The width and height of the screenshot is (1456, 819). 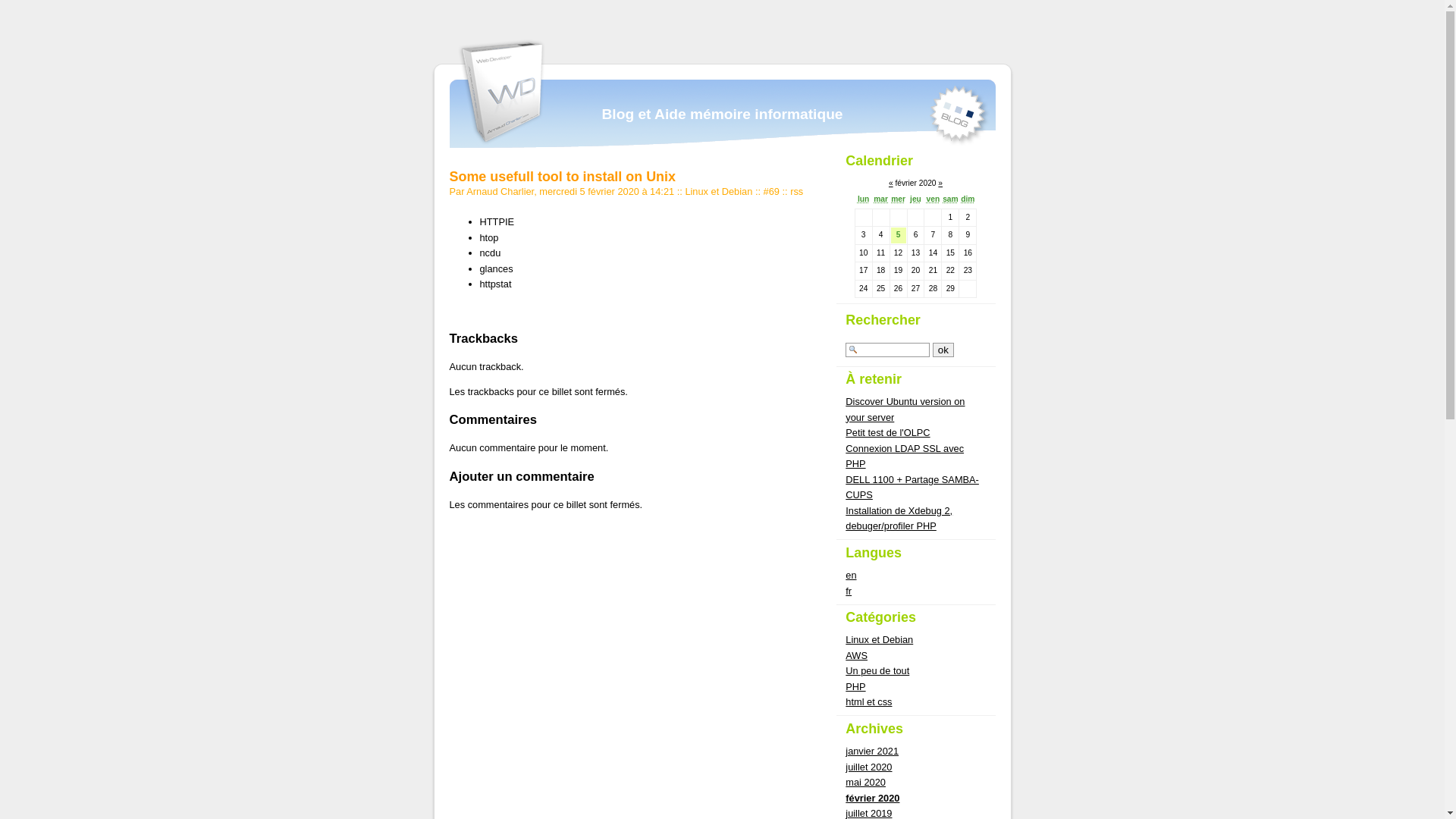 What do you see at coordinates (764, 190) in the screenshot?
I see `'#69'` at bounding box center [764, 190].